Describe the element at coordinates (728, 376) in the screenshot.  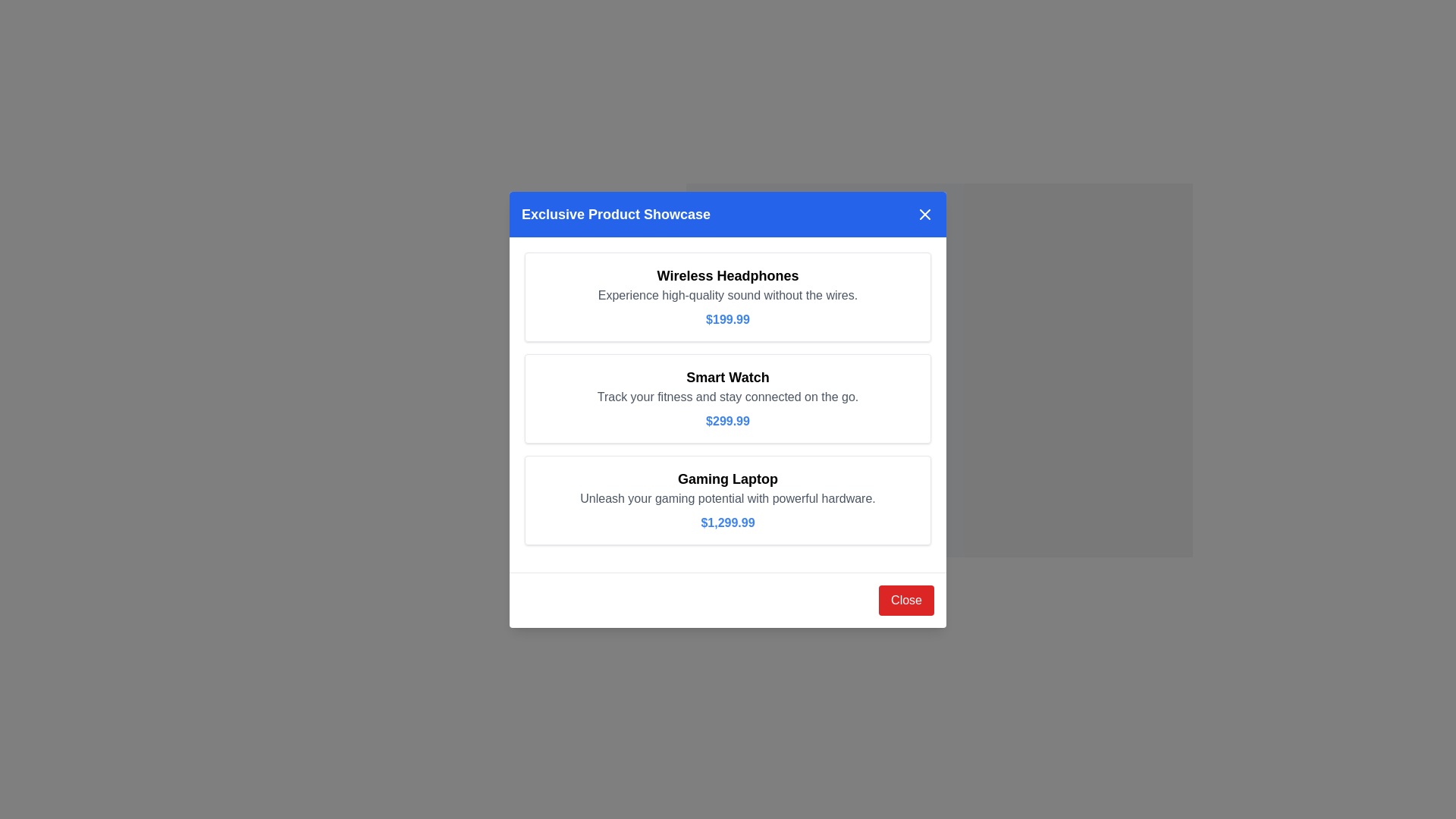
I see `the title text element that identifies the product section as 'Smart Watch'` at that location.